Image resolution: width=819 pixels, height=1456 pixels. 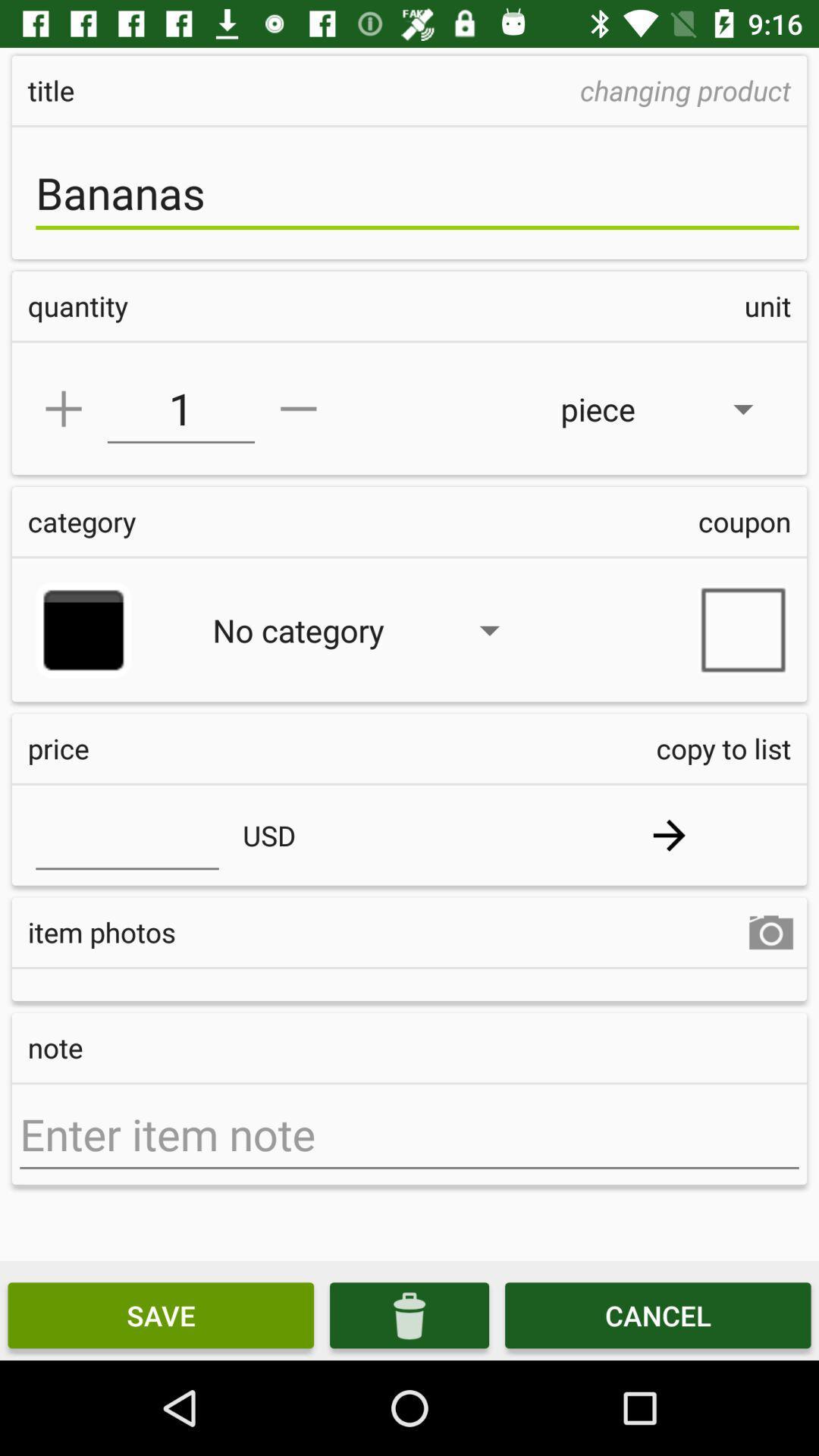 I want to click on price field, so click(x=127, y=834).